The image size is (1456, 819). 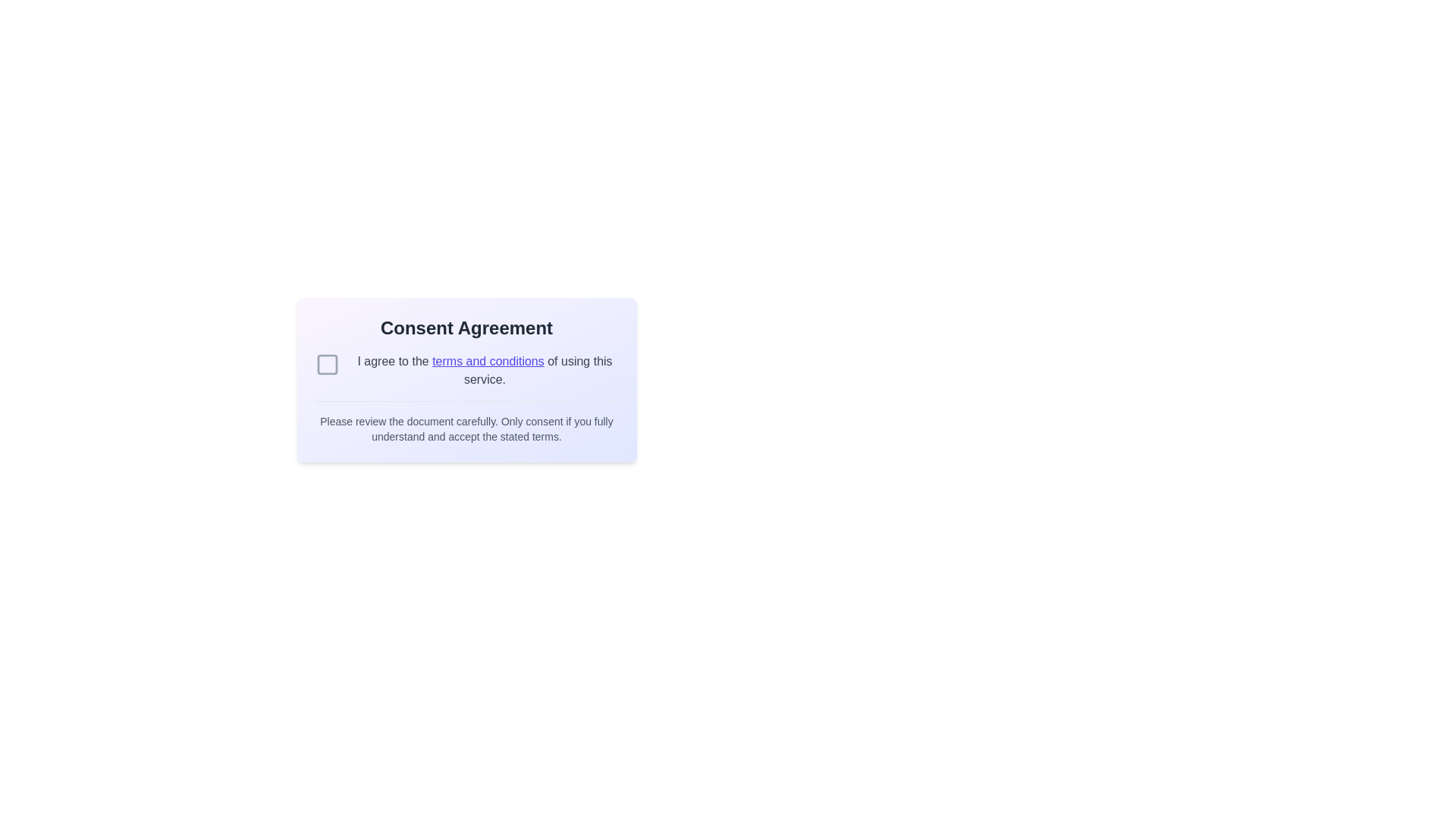 I want to click on the advisory text element that reads 'Please review the document carefully. Only consent if you fully understand and accept the stated terms.' located in the Consent Agreement section, so click(x=466, y=422).